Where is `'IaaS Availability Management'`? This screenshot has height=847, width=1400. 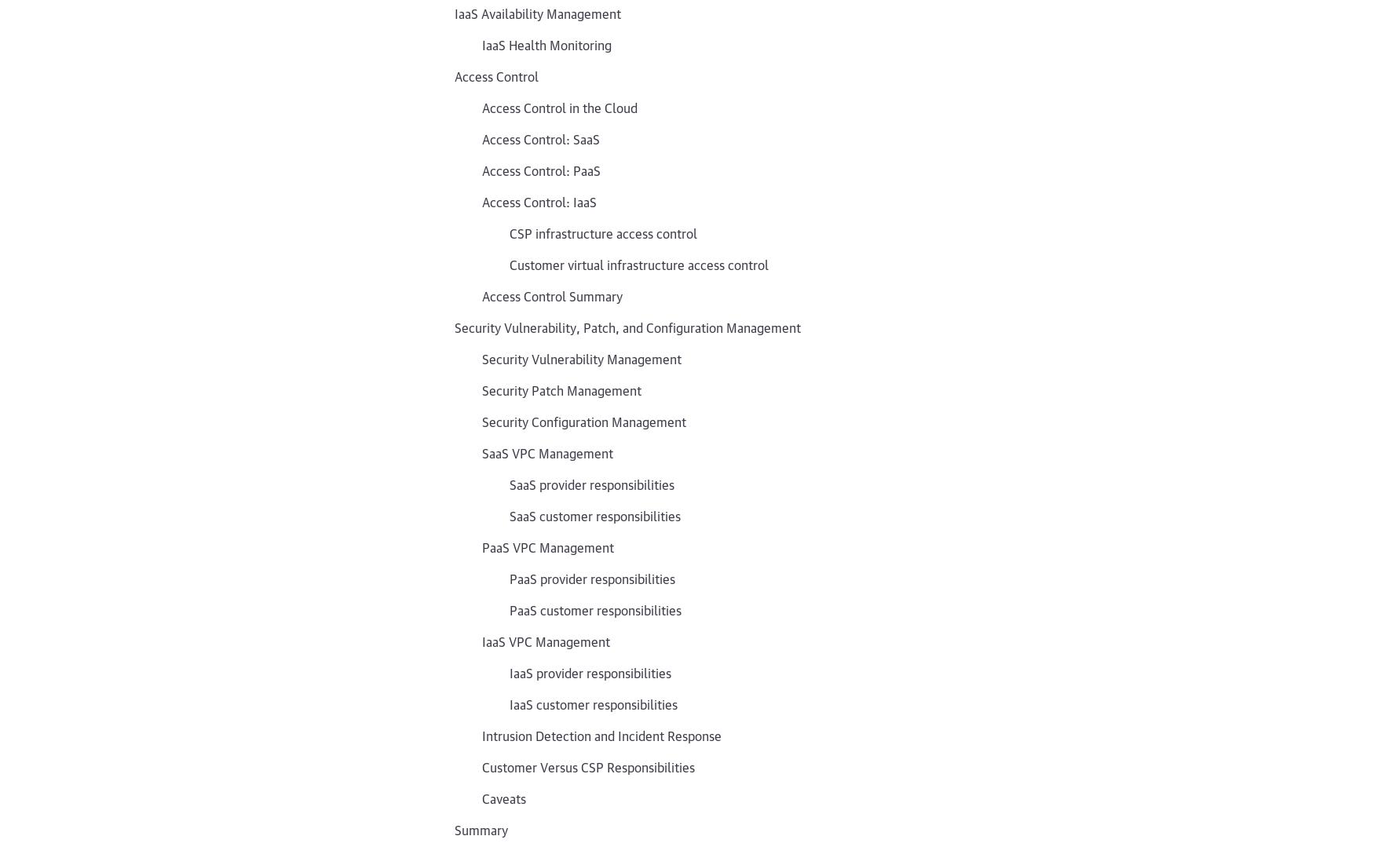 'IaaS Availability Management' is located at coordinates (538, 12).